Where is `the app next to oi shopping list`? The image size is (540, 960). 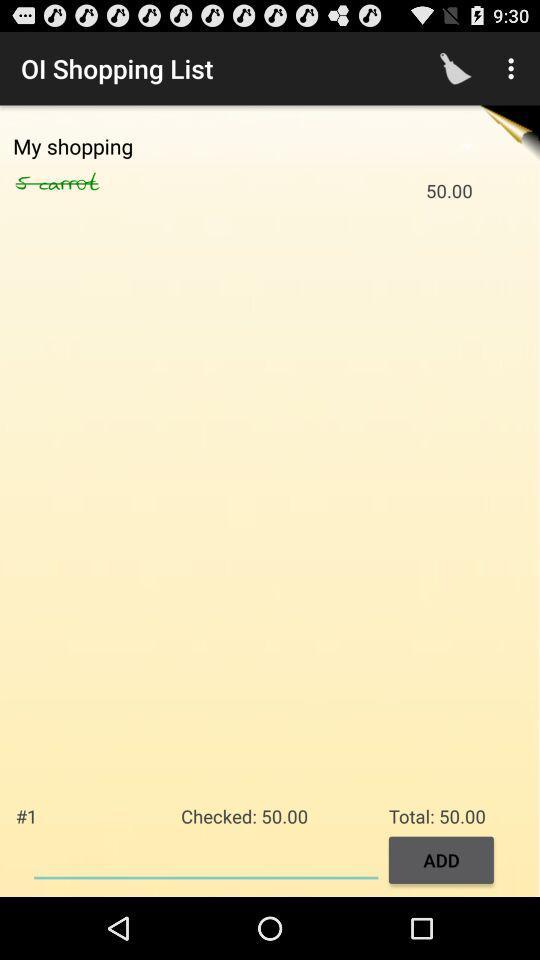 the app next to oi shopping list is located at coordinates (455, 68).